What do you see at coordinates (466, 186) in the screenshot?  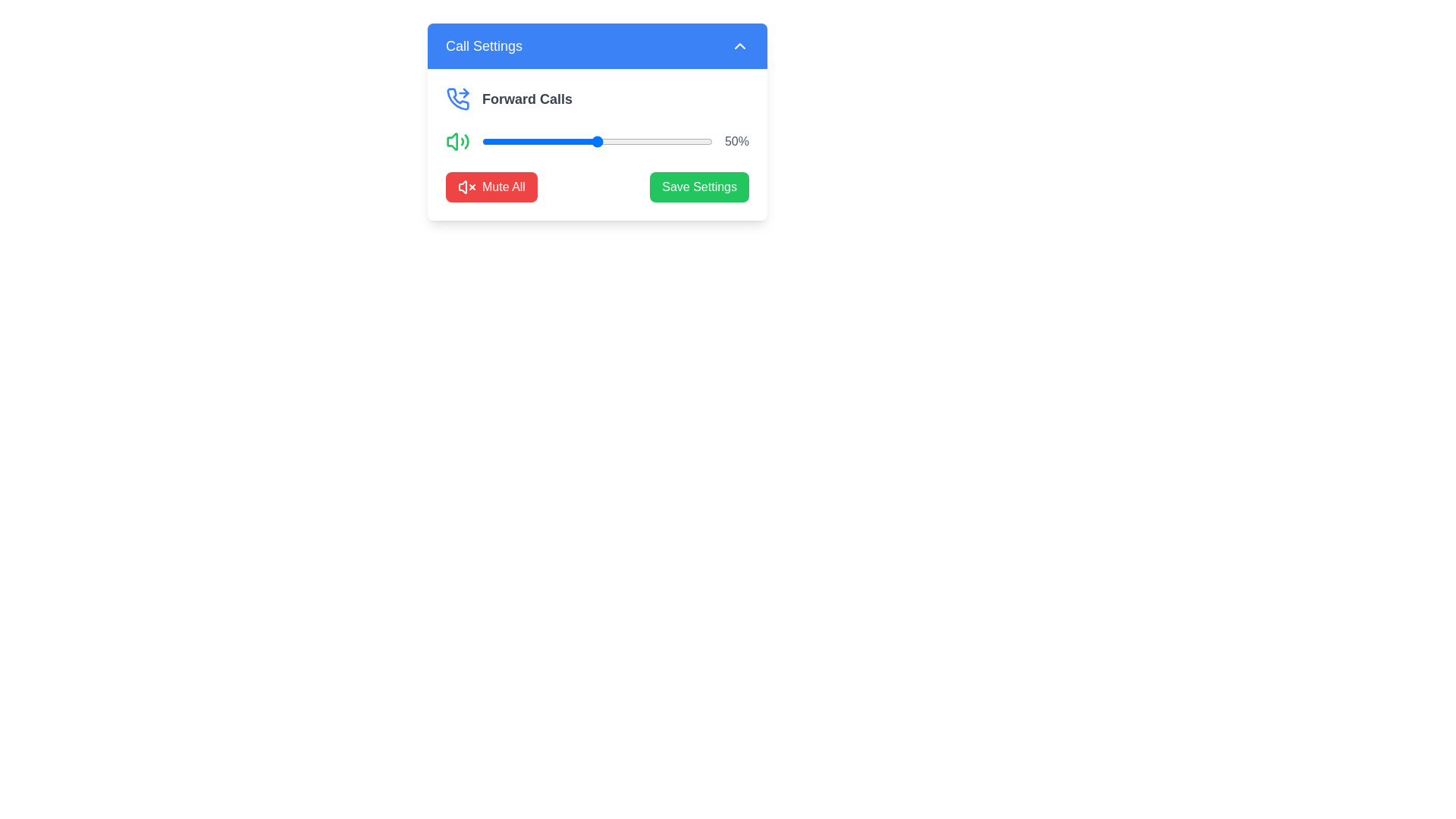 I see `the mute icon shaped as a speaker with an 'X' overlay, which is located on the leftmost side of the 'Mute All' button in the lower left corner of the 'Call Settings' panel` at bounding box center [466, 186].